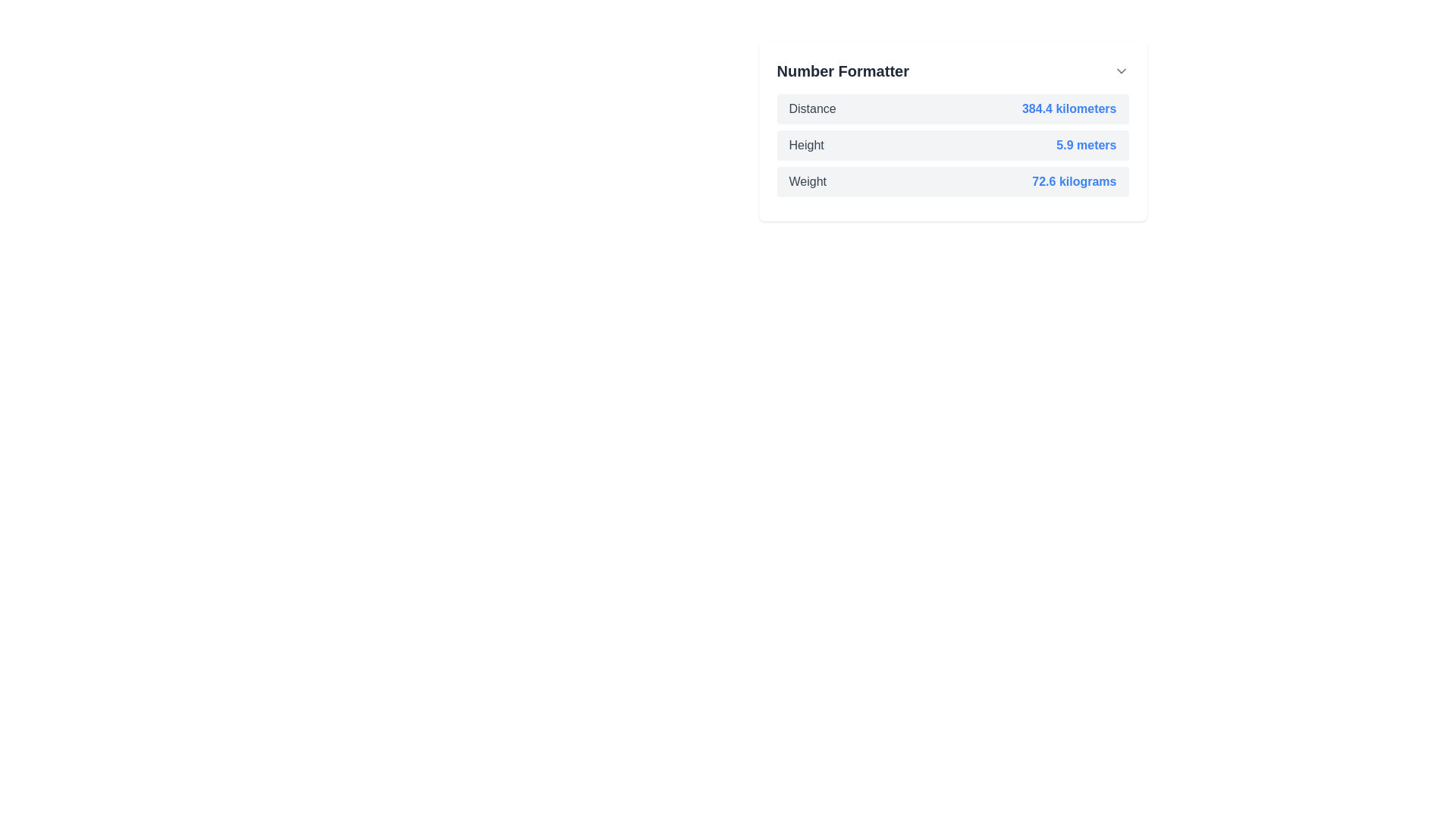 This screenshot has height=819, width=1456. What do you see at coordinates (1073, 180) in the screenshot?
I see `displayed content of the blue-colored text label showing '72.6 kilograms' that is bold and aligned to the right in the Weight data section` at bounding box center [1073, 180].